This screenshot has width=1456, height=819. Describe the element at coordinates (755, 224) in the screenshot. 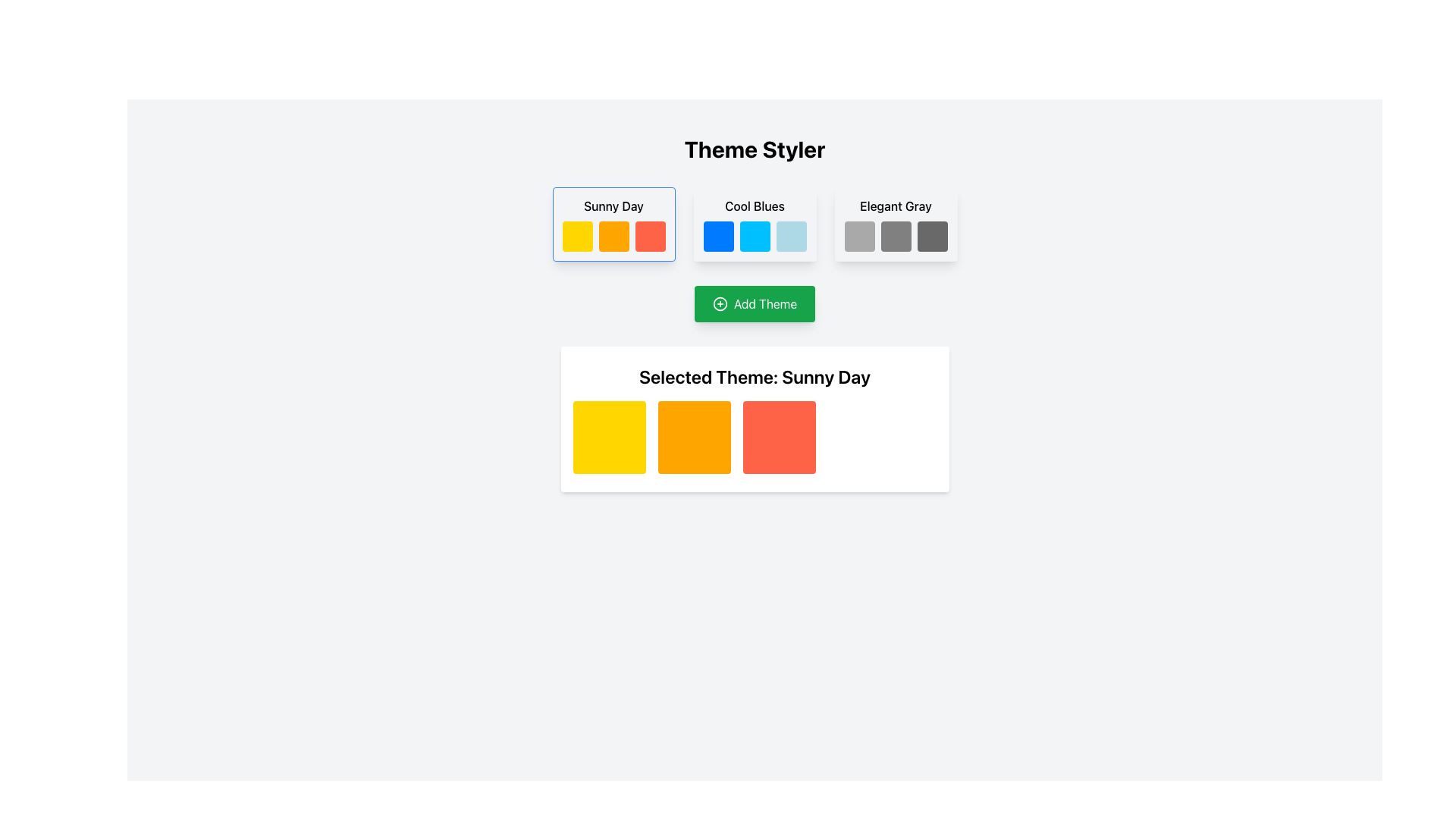

I see `the 'Cool Blues' button in the 'Theme Styler' section` at that location.